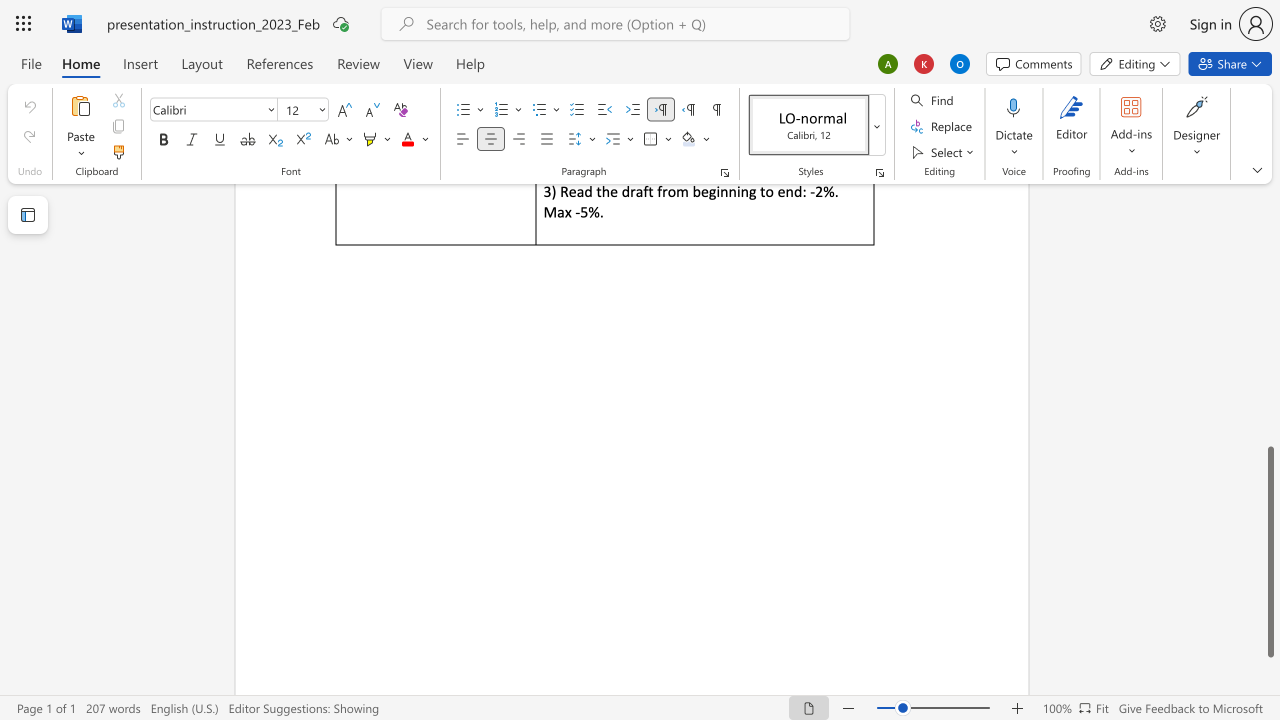 Image resolution: width=1280 pixels, height=720 pixels. I want to click on the scrollbar to move the page up, so click(1269, 270).